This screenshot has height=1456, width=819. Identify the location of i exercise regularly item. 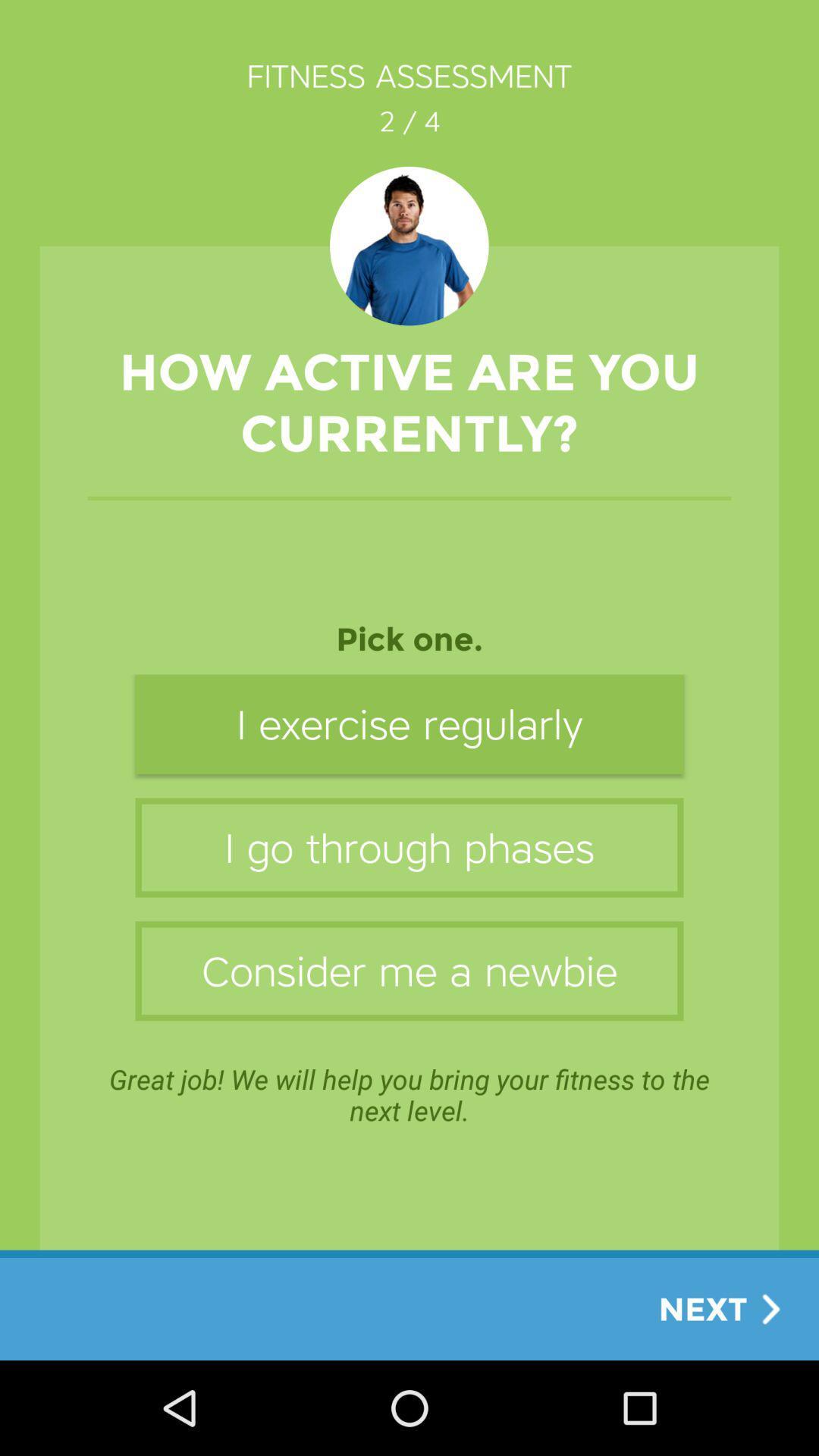
(409, 723).